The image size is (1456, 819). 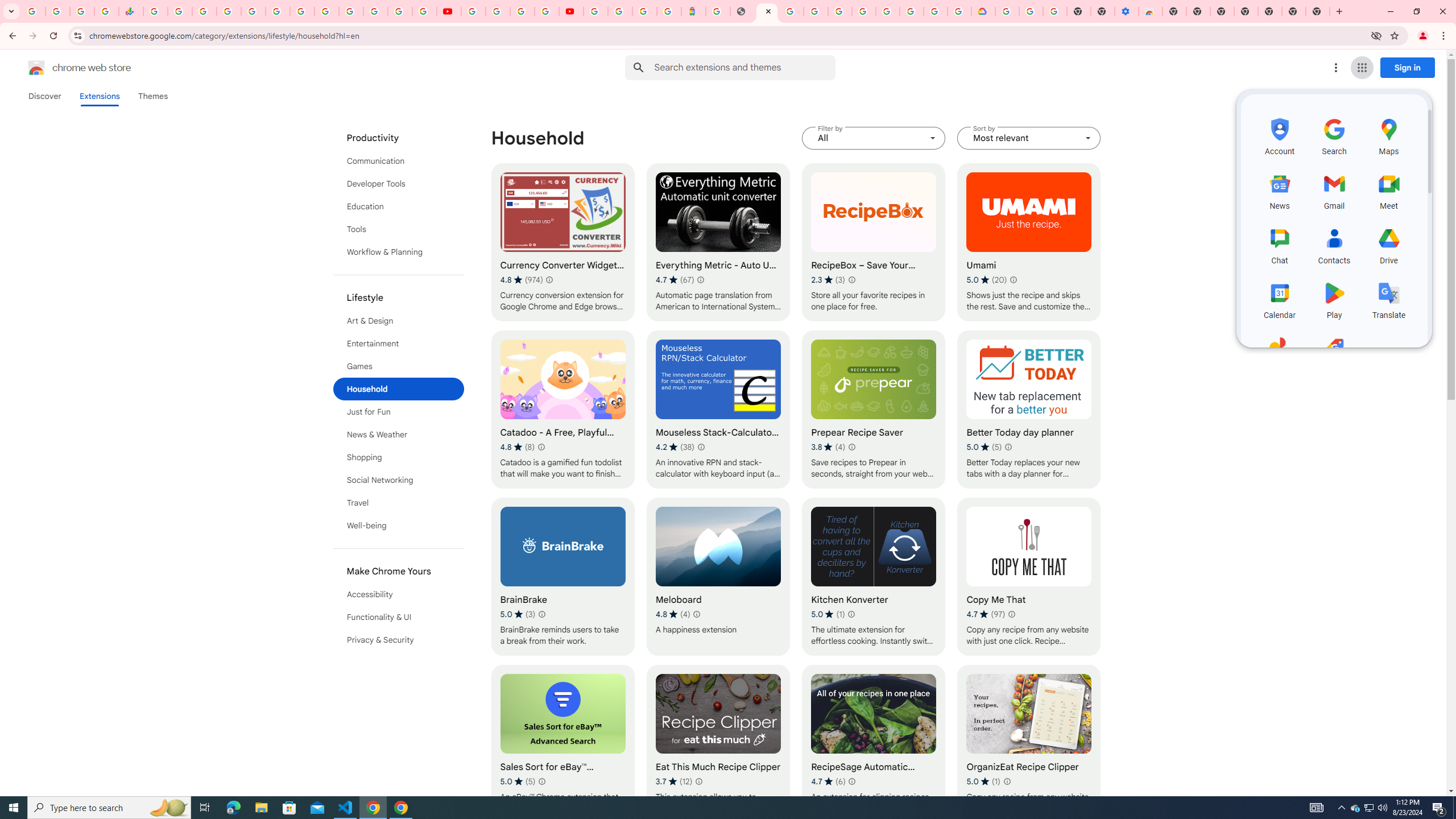 I want to click on 'Google Account Help', so click(x=1030, y=11).